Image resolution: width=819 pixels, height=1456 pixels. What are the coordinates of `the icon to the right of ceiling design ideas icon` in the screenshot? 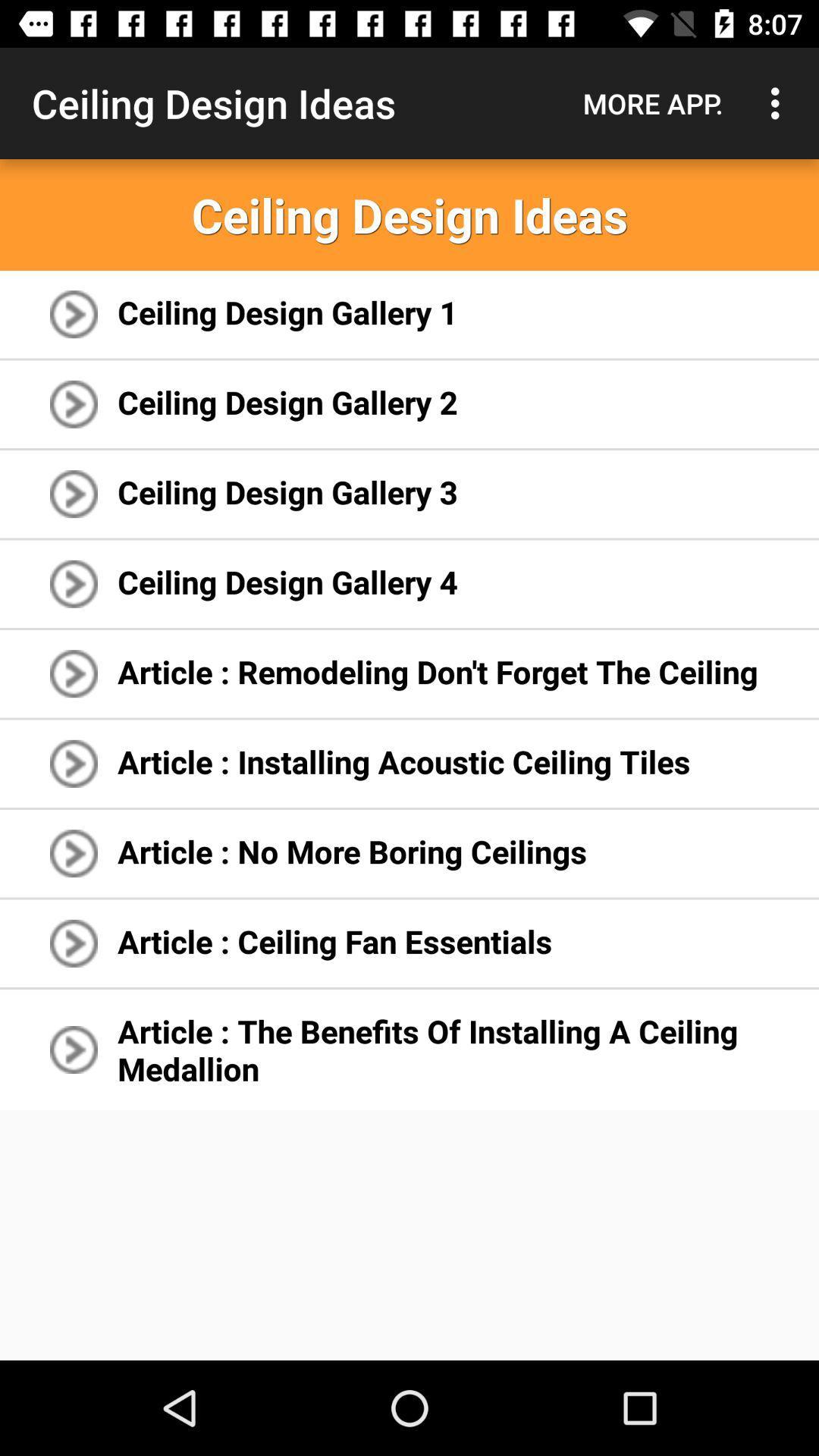 It's located at (652, 102).